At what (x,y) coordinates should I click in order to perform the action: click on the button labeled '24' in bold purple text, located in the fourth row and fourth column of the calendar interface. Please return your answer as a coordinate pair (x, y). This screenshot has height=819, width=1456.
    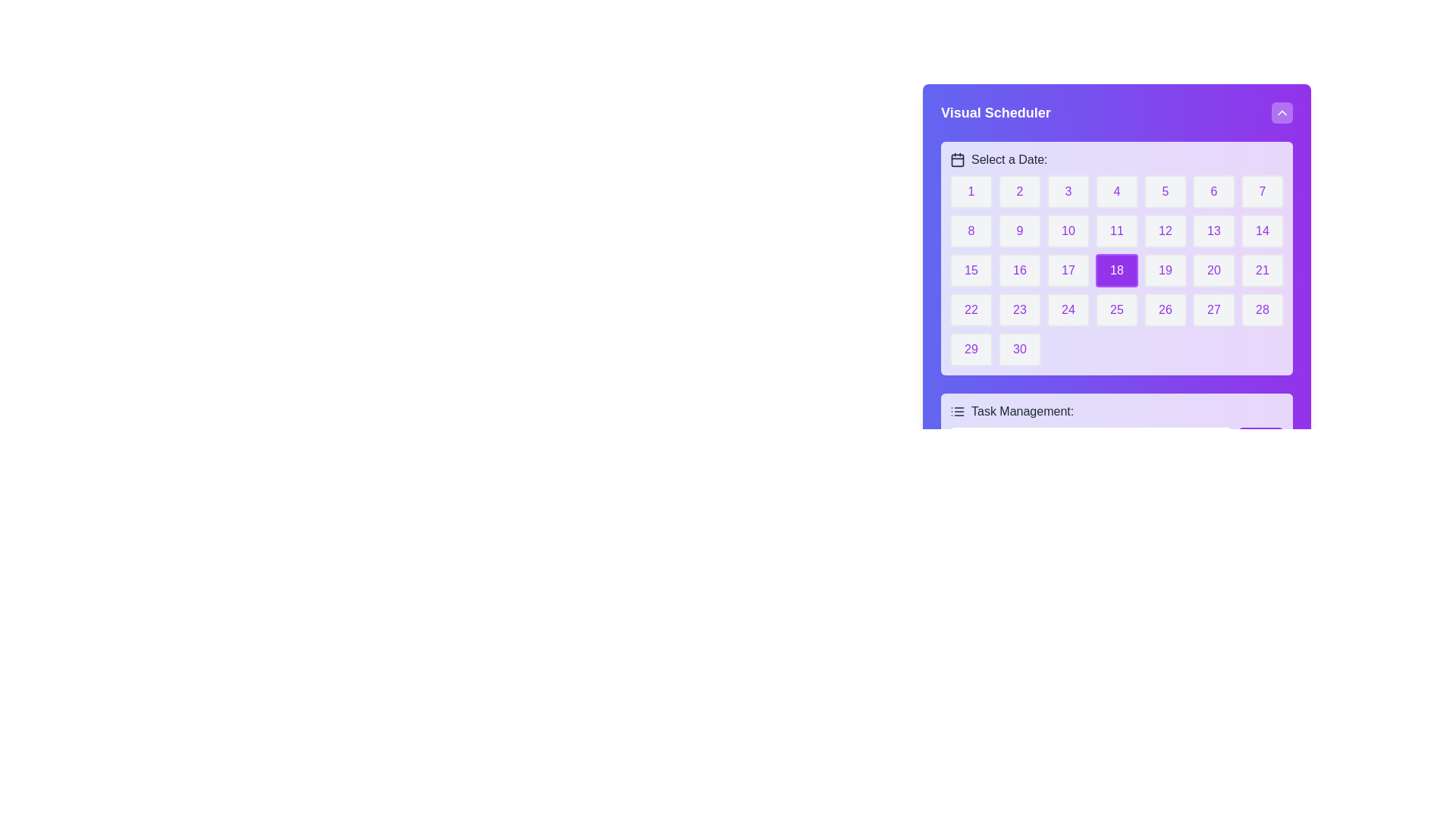
    Looking at the image, I should click on (1068, 309).